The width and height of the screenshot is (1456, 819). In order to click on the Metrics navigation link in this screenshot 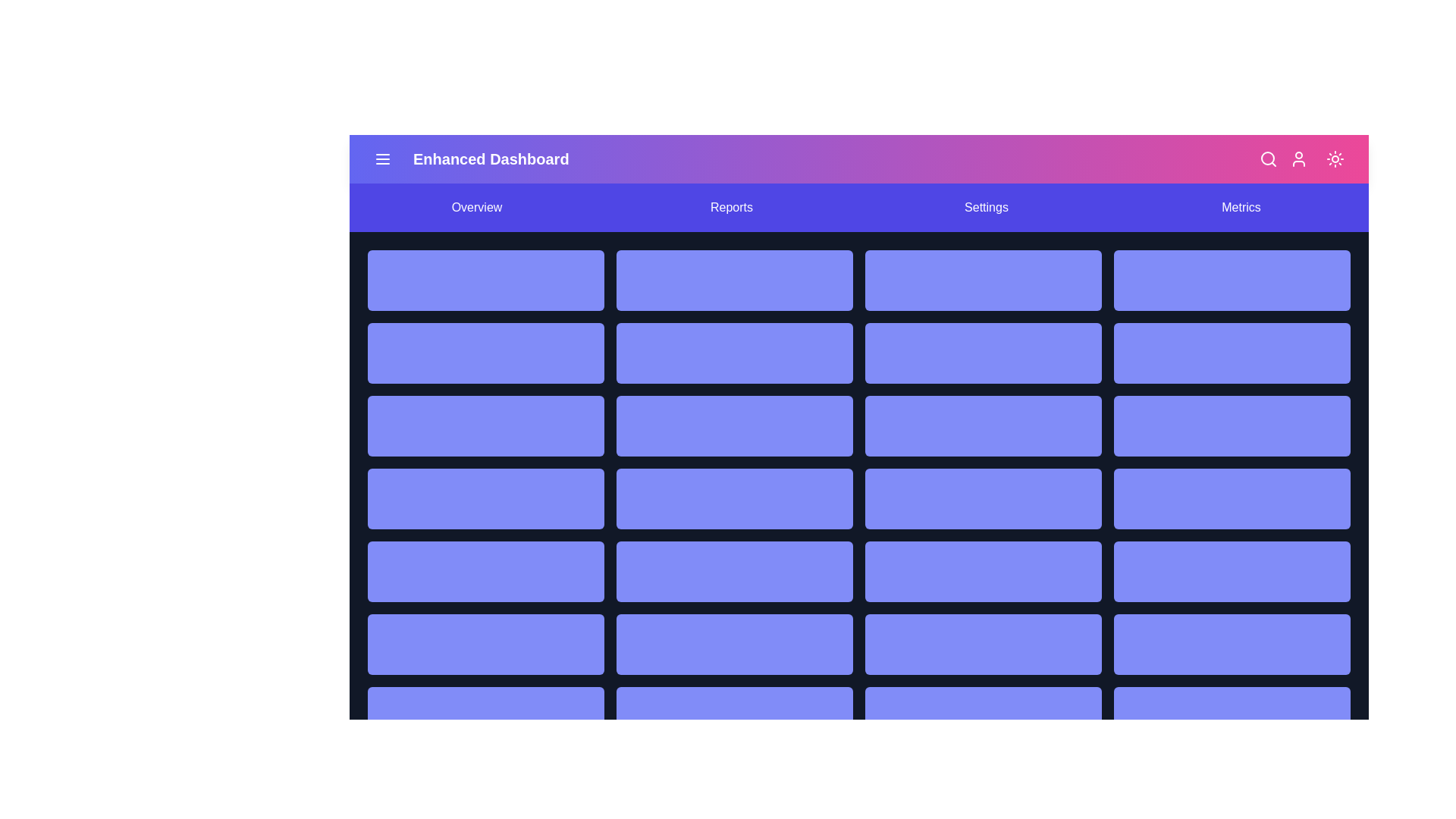, I will do `click(1241, 207)`.